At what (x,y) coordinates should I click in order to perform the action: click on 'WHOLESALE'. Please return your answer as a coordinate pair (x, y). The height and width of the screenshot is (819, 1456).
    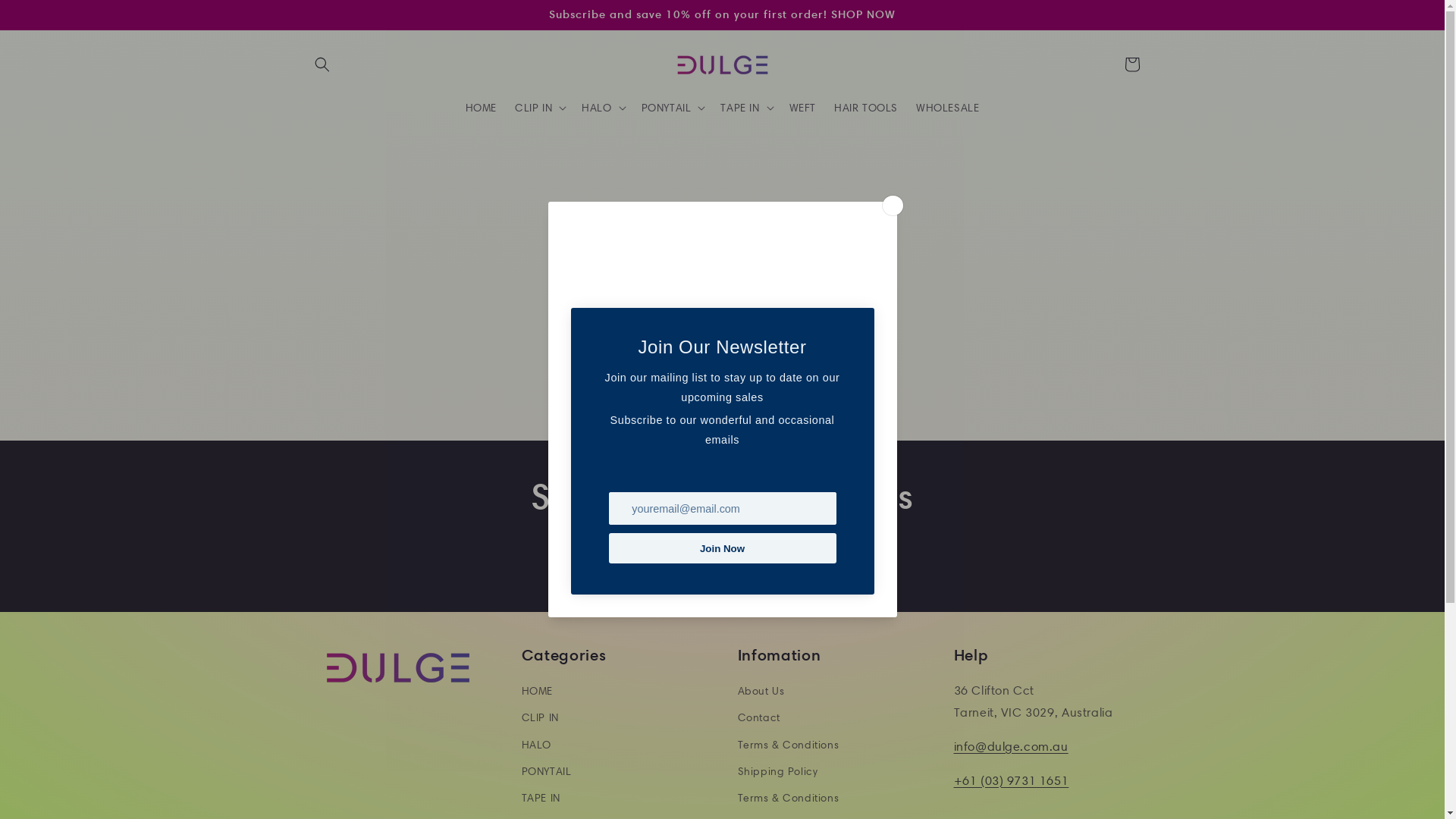
    Looking at the image, I should click on (946, 107).